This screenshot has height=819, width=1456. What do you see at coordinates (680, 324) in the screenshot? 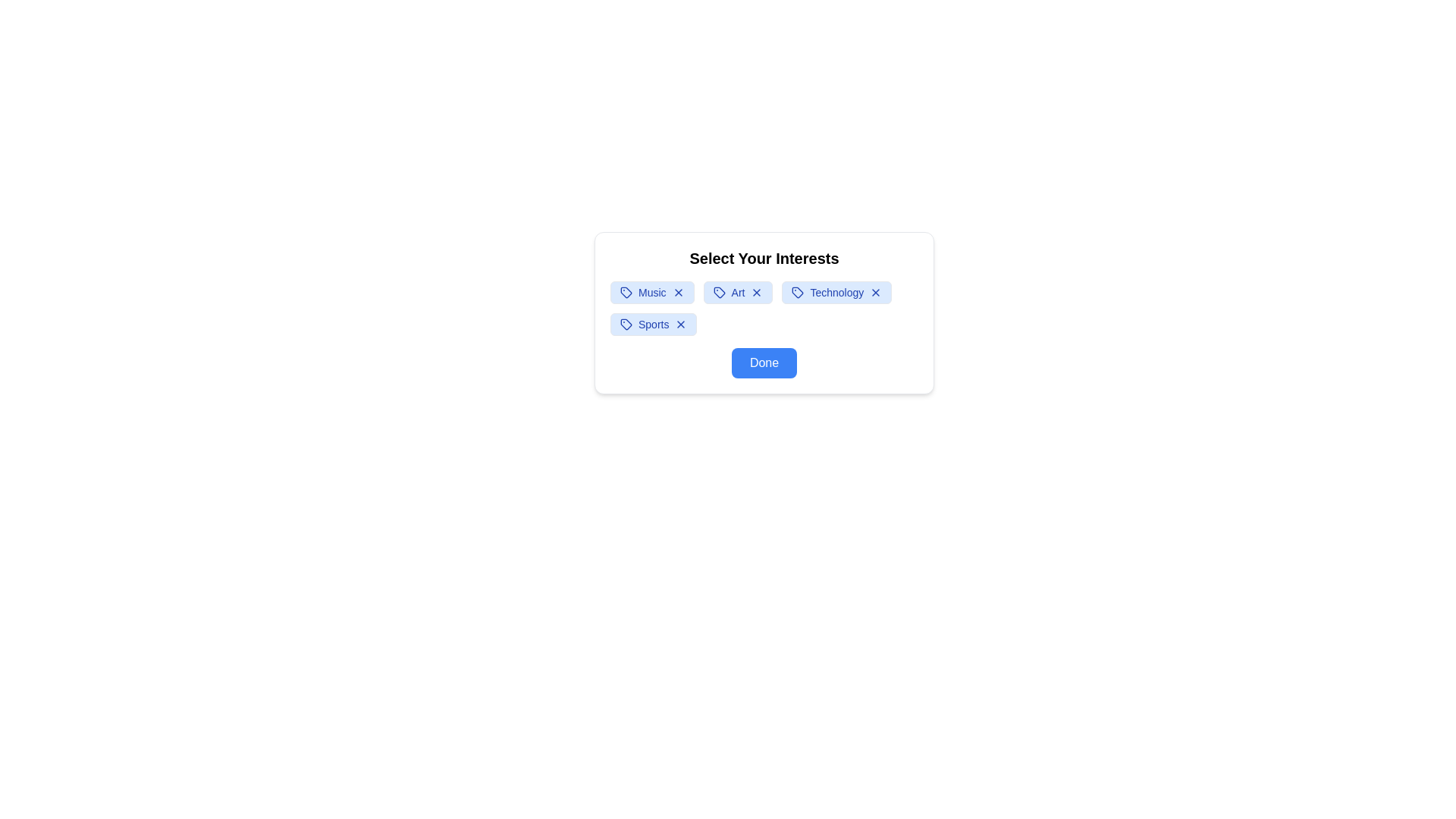
I see `close (X) button on the interest tag labeled Sports` at bounding box center [680, 324].